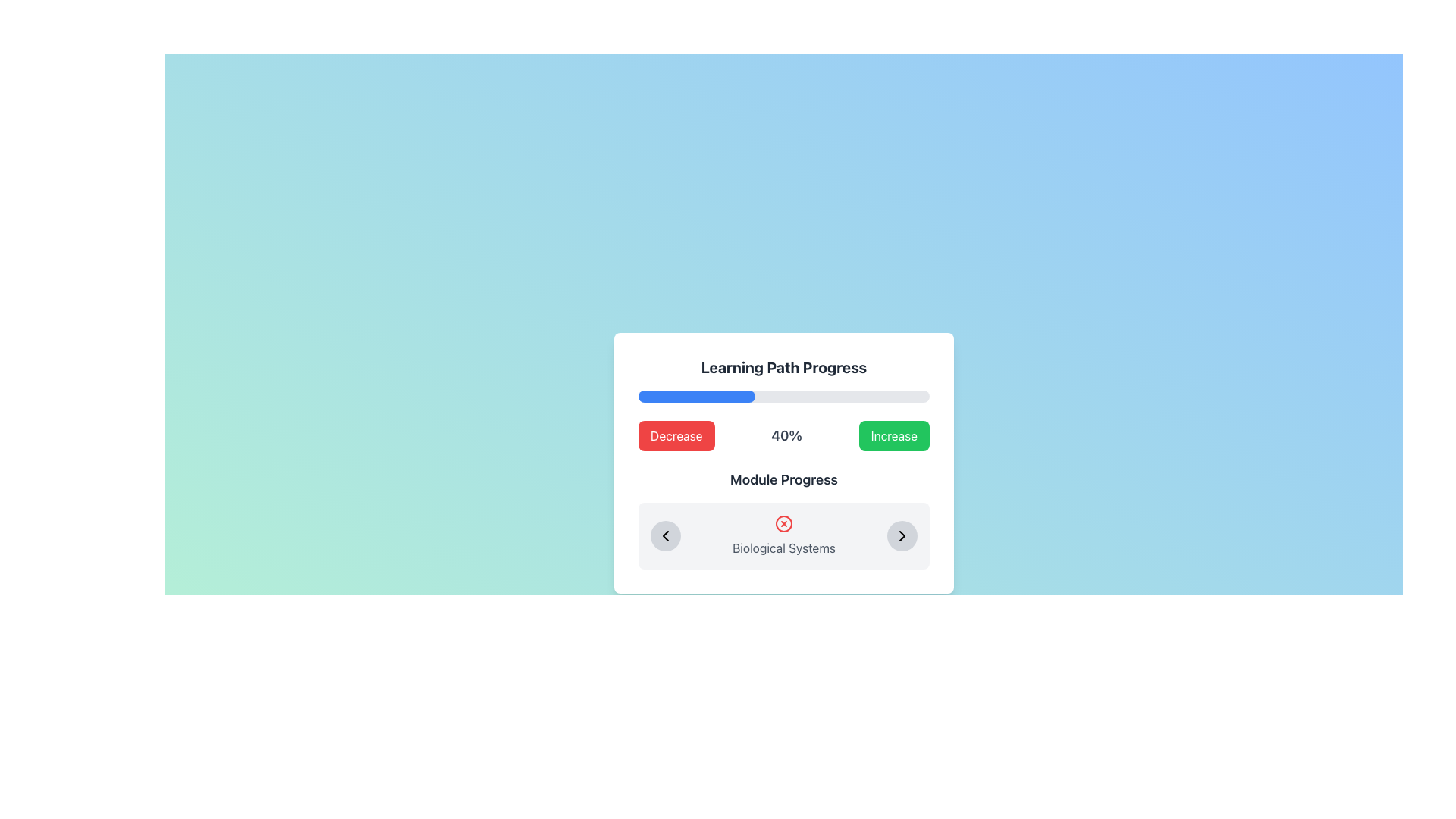 This screenshot has height=819, width=1456. Describe the element at coordinates (743, 396) in the screenshot. I see `progress` at that location.